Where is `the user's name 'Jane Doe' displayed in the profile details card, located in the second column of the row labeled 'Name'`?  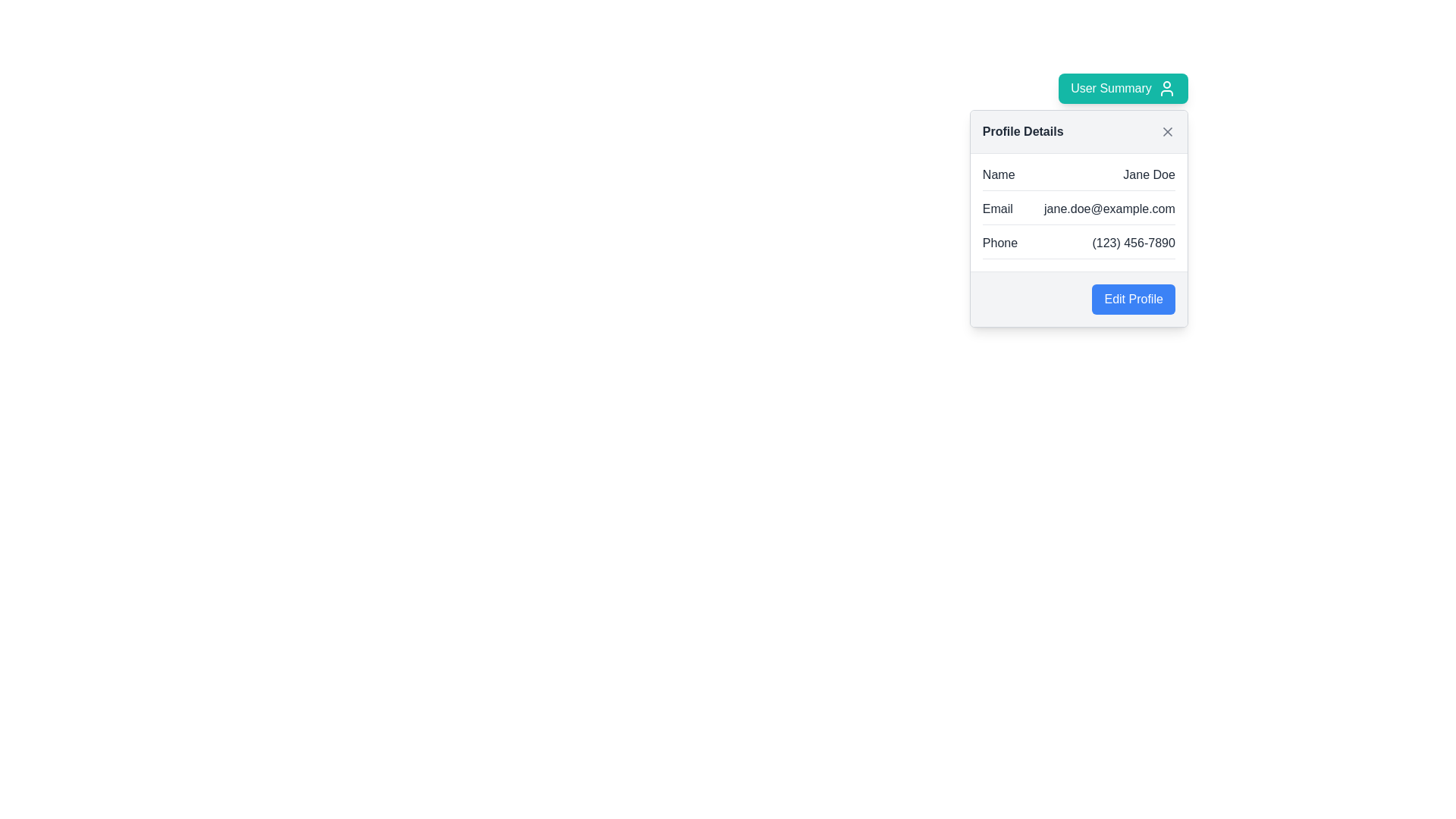 the user's name 'Jane Doe' displayed in the profile details card, located in the second column of the row labeled 'Name' is located at coordinates (1149, 174).